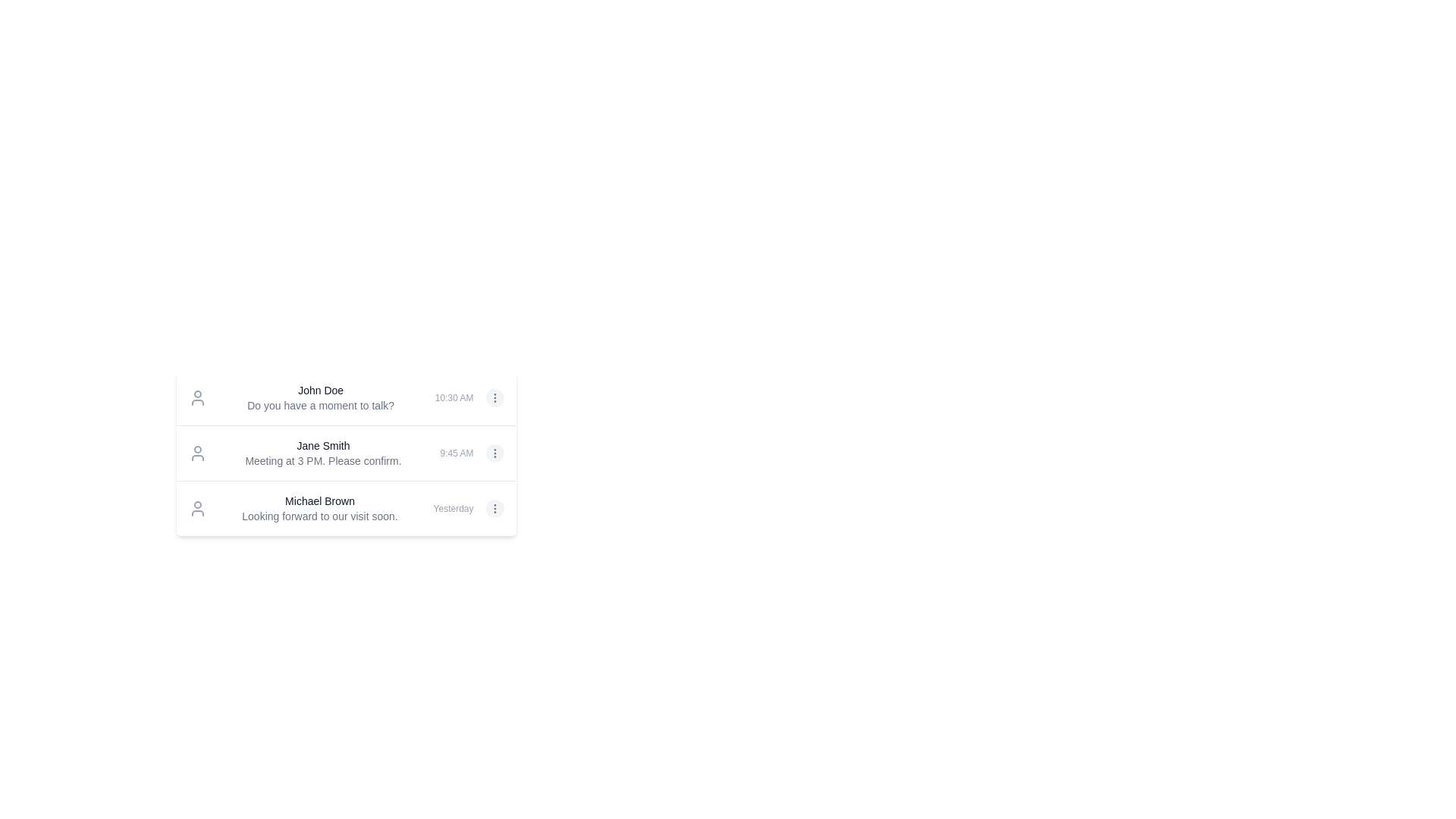  I want to click on the menu trigger button located at the rightmost position in the second item of the user interactions list, so click(494, 452).